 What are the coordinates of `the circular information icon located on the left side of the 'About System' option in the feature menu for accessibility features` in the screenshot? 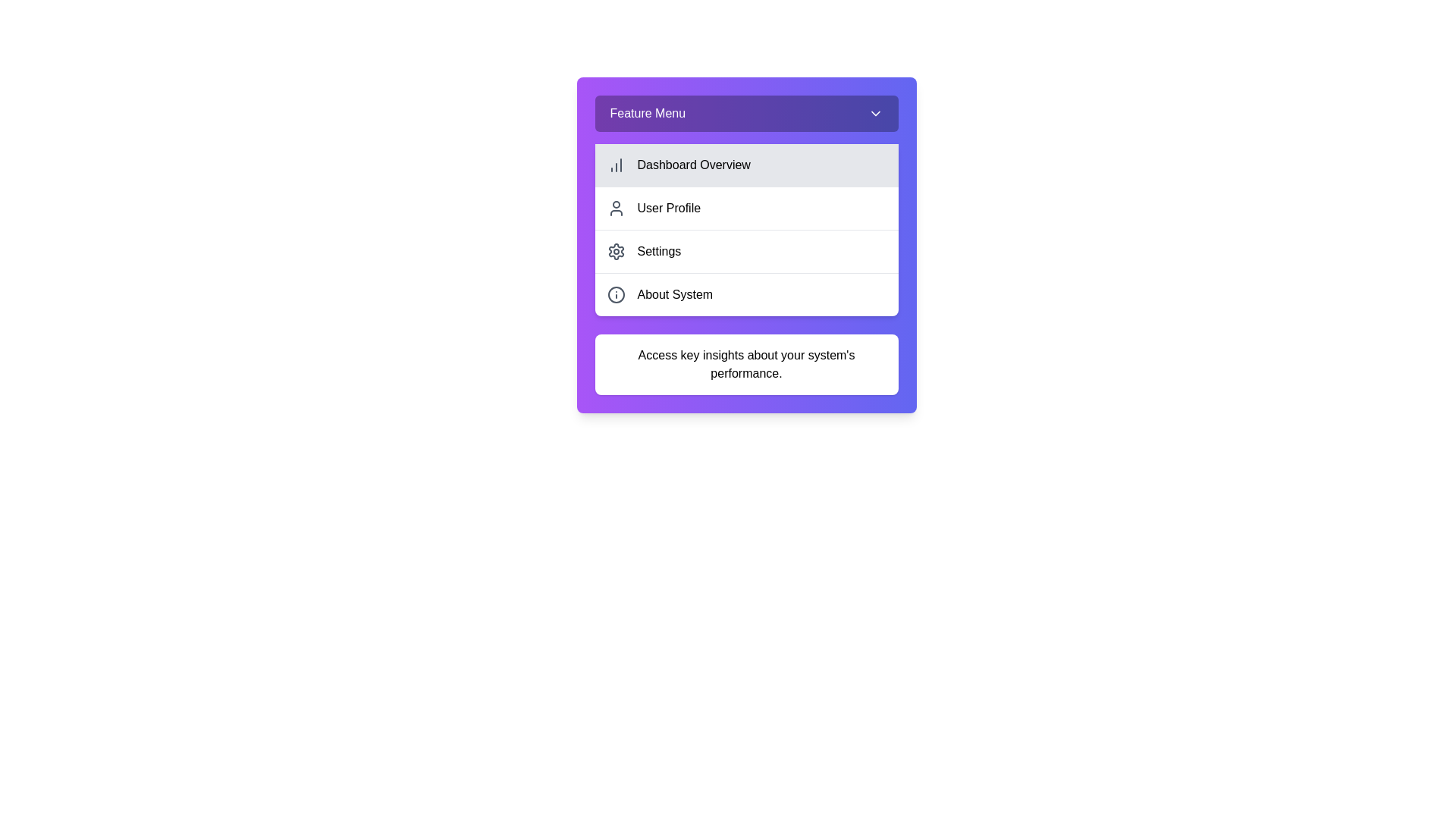 It's located at (616, 295).